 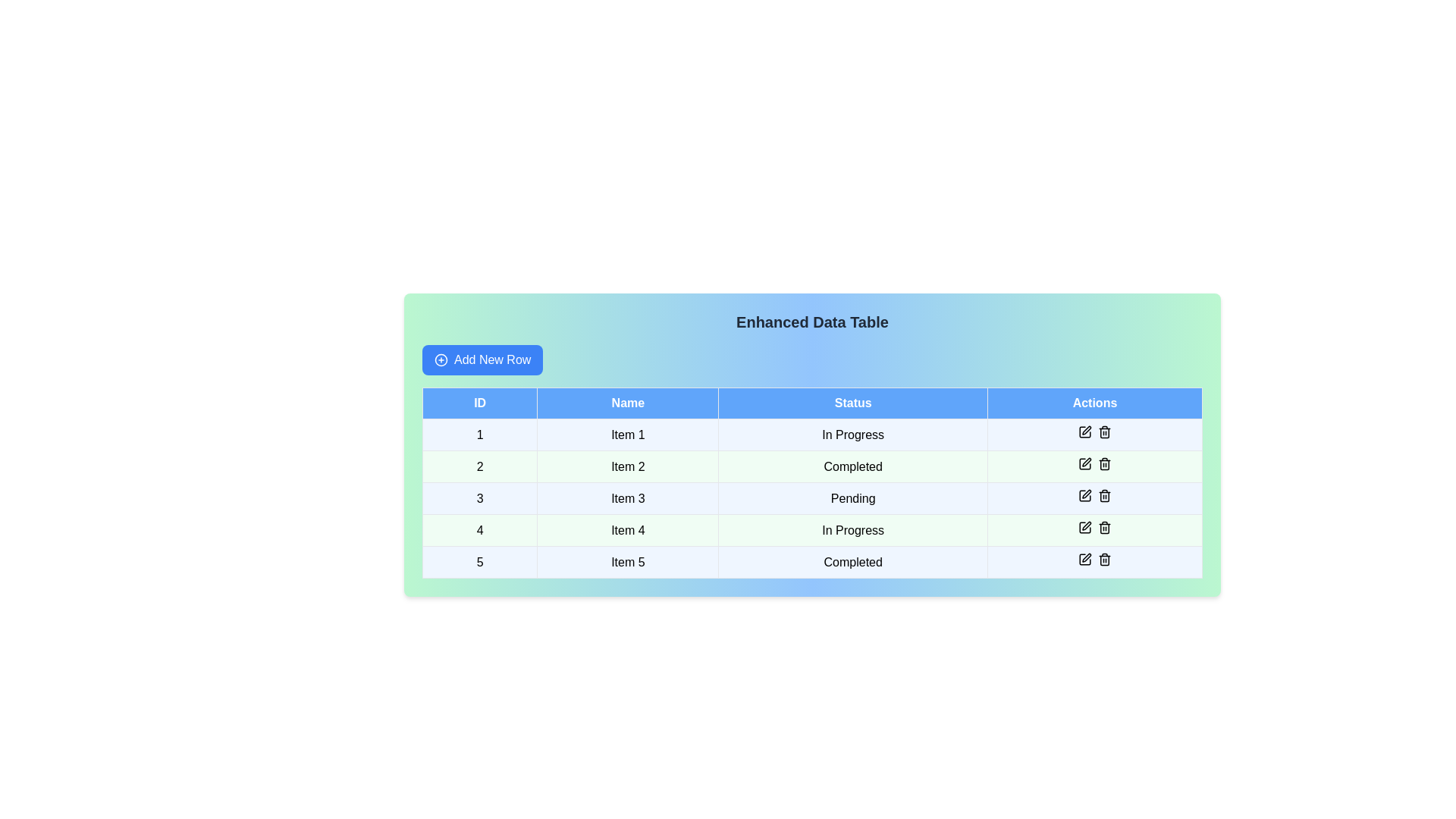 What do you see at coordinates (628, 403) in the screenshot?
I see `the 'Name' column header in the data table, which is the second column header positioned between the 'ID' and 'Status' columns` at bounding box center [628, 403].